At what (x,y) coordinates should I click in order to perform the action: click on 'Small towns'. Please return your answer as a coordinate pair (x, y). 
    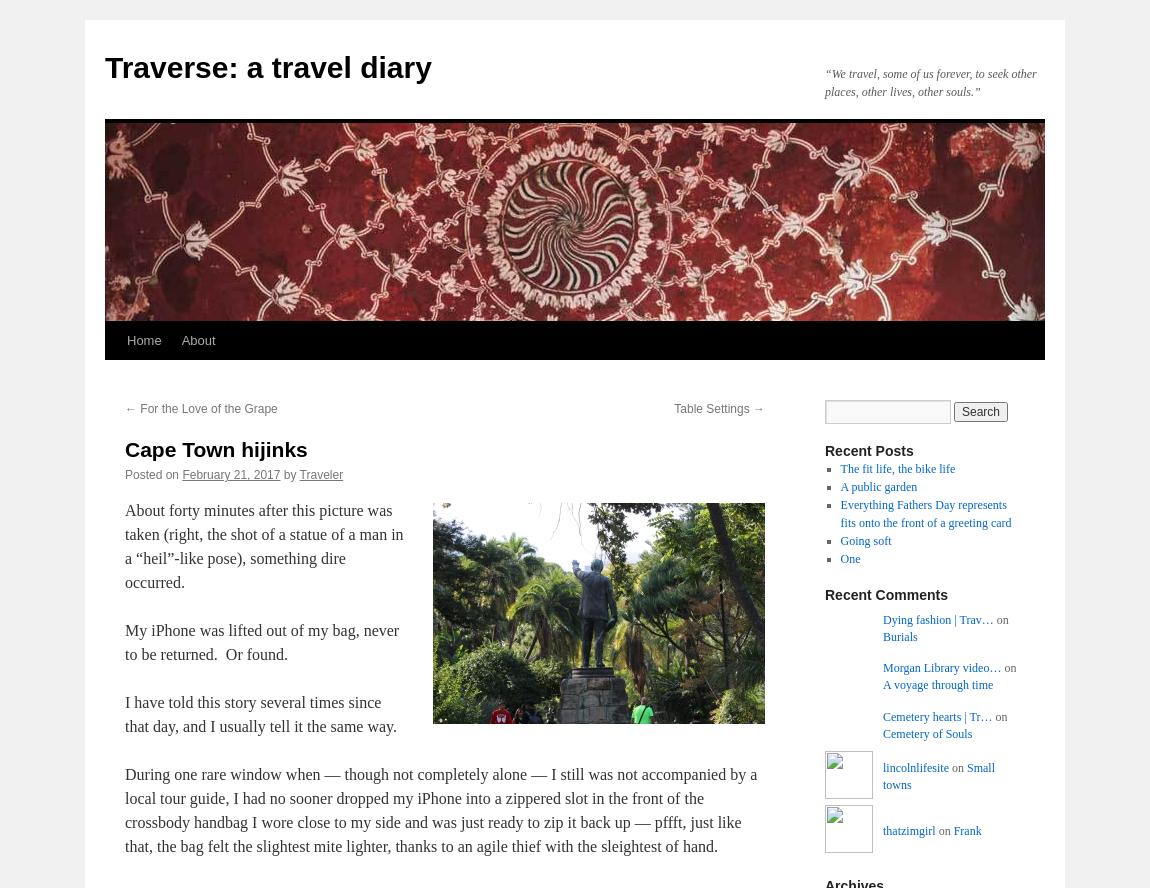
    Looking at the image, I should click on (938, 775).